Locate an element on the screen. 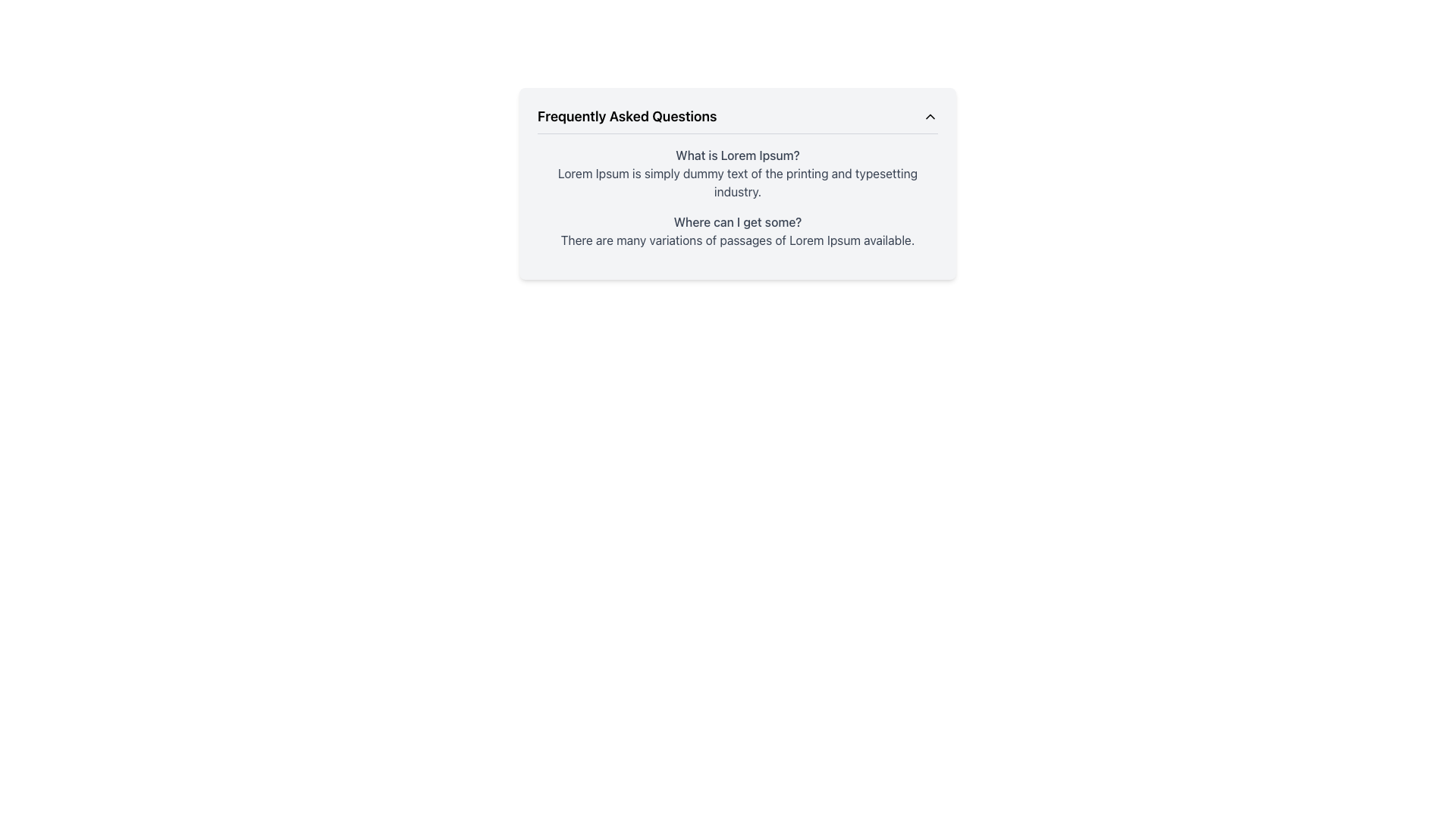 This screenshot has width=1456, height=819. the title text of the FAQ entry, which serves as the question for the information below, centrally aligned within the FAQ section is located at coordinates (738, 155).